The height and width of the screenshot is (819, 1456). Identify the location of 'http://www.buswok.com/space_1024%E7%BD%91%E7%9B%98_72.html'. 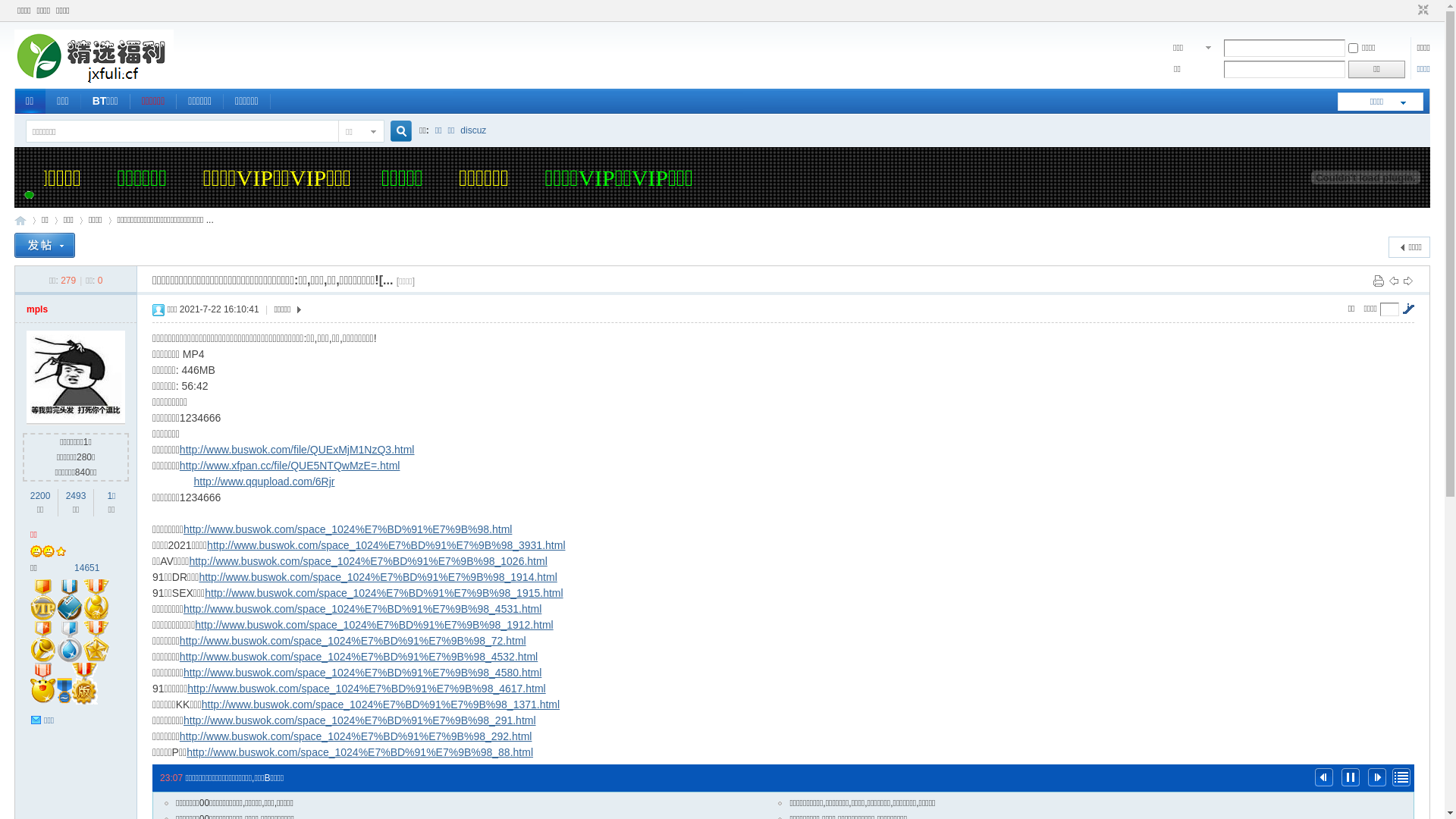
(352, 640).